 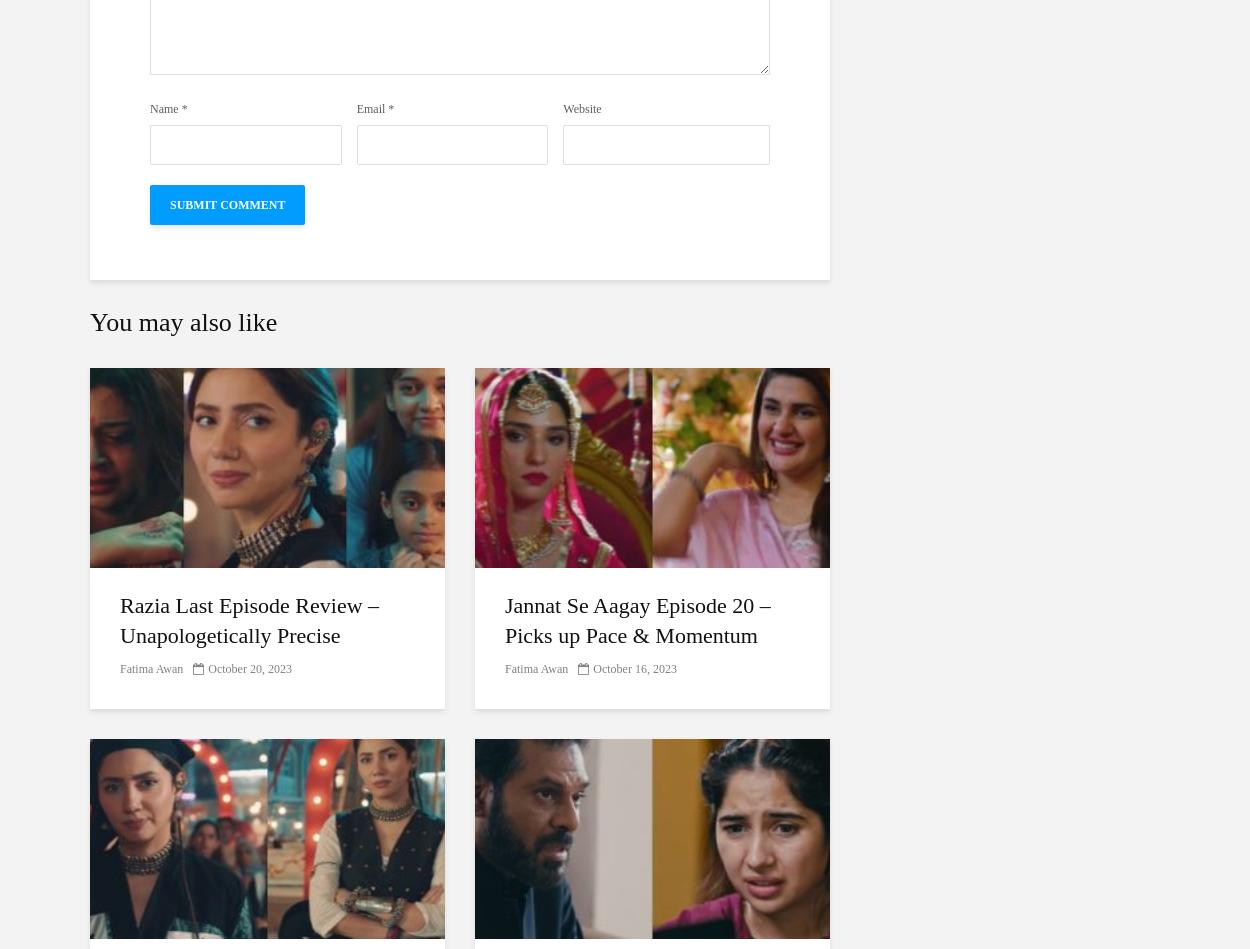 I want to click on 'Website', so click(x=581, y=109).